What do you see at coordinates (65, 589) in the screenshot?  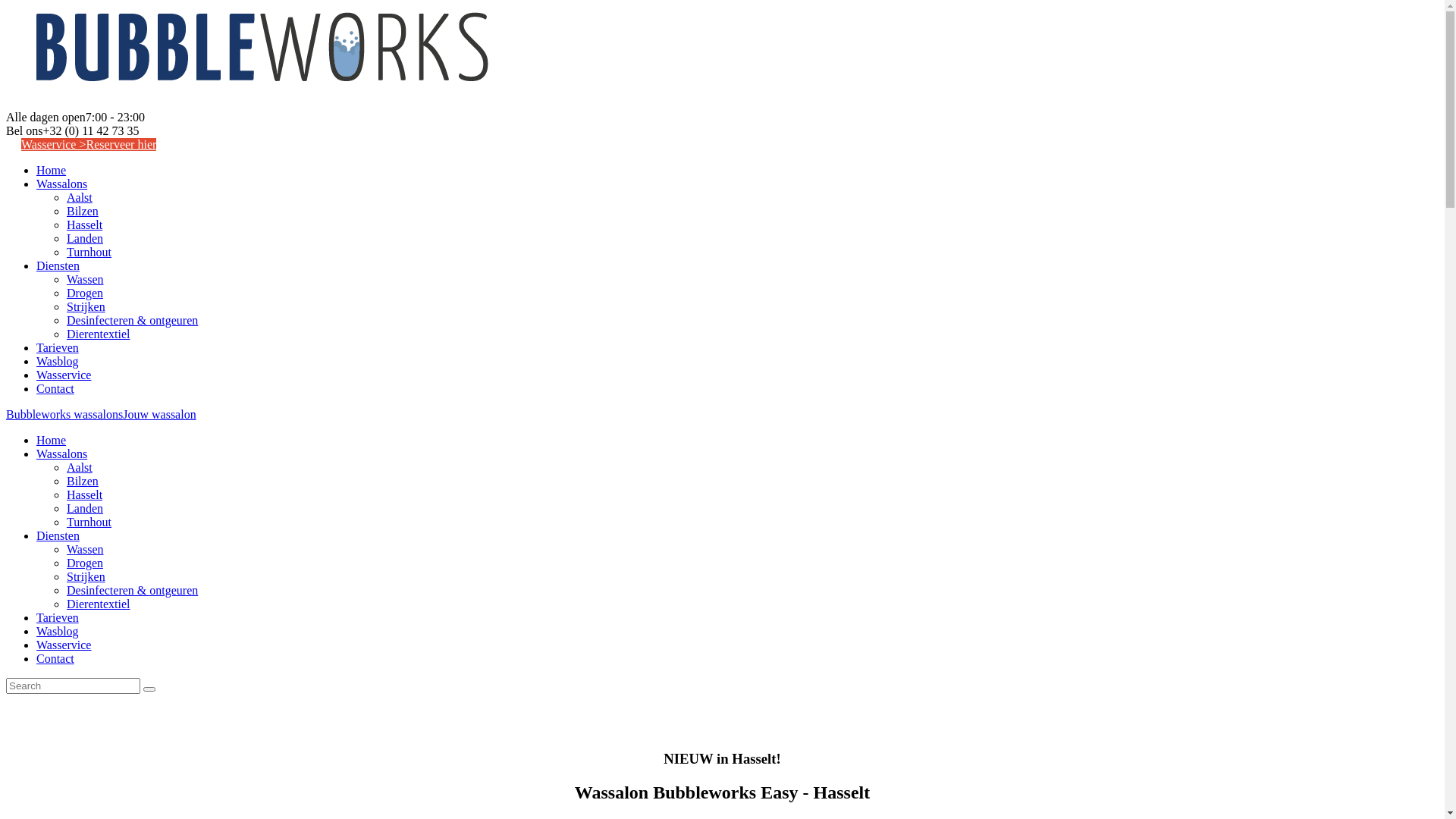 I see `'Desinfecteren & ontgeuren'` at bounding box center [65, 589].